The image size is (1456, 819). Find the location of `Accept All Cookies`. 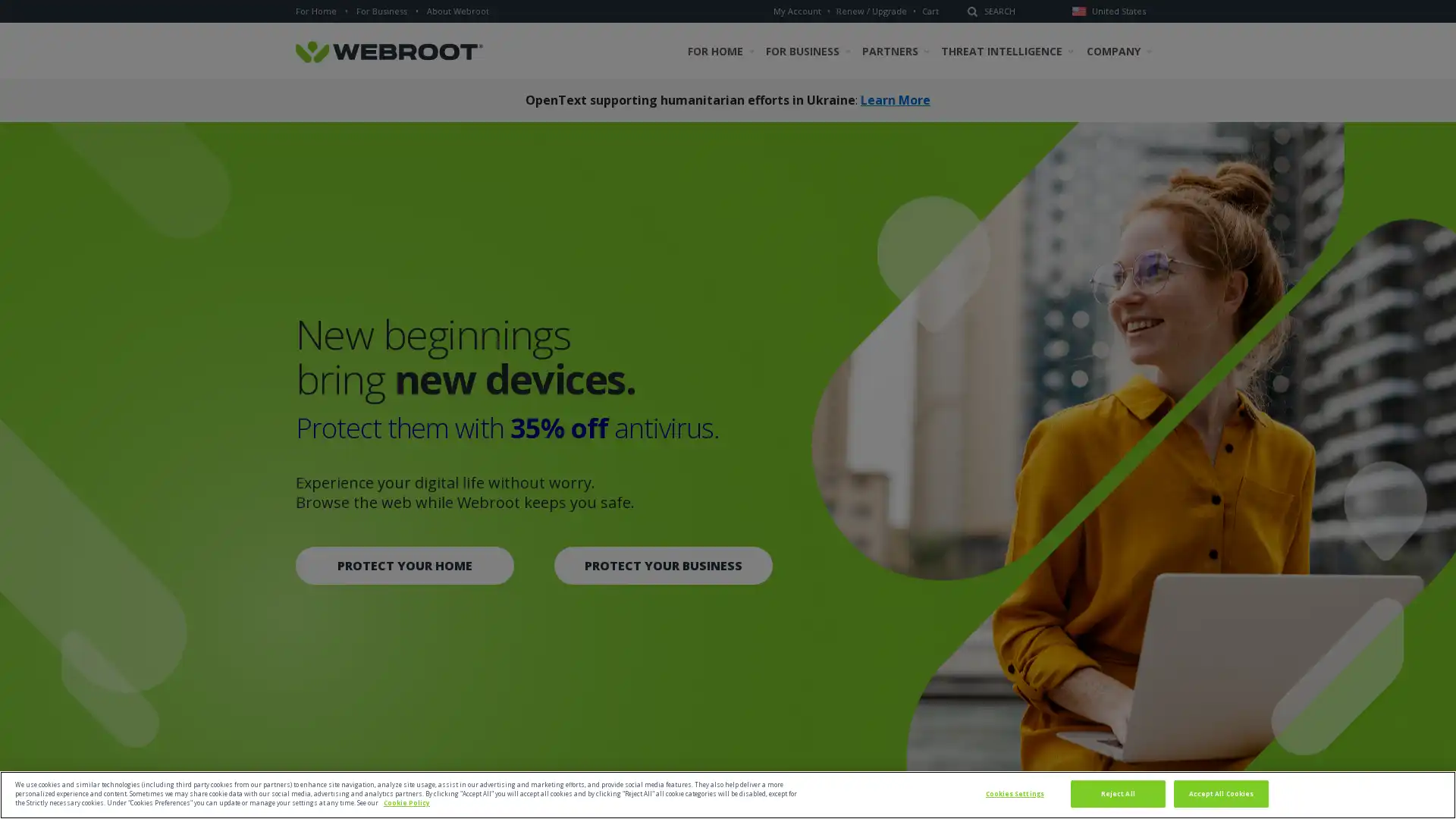

Accept All Cookies is located at coordinates (1220, 792).